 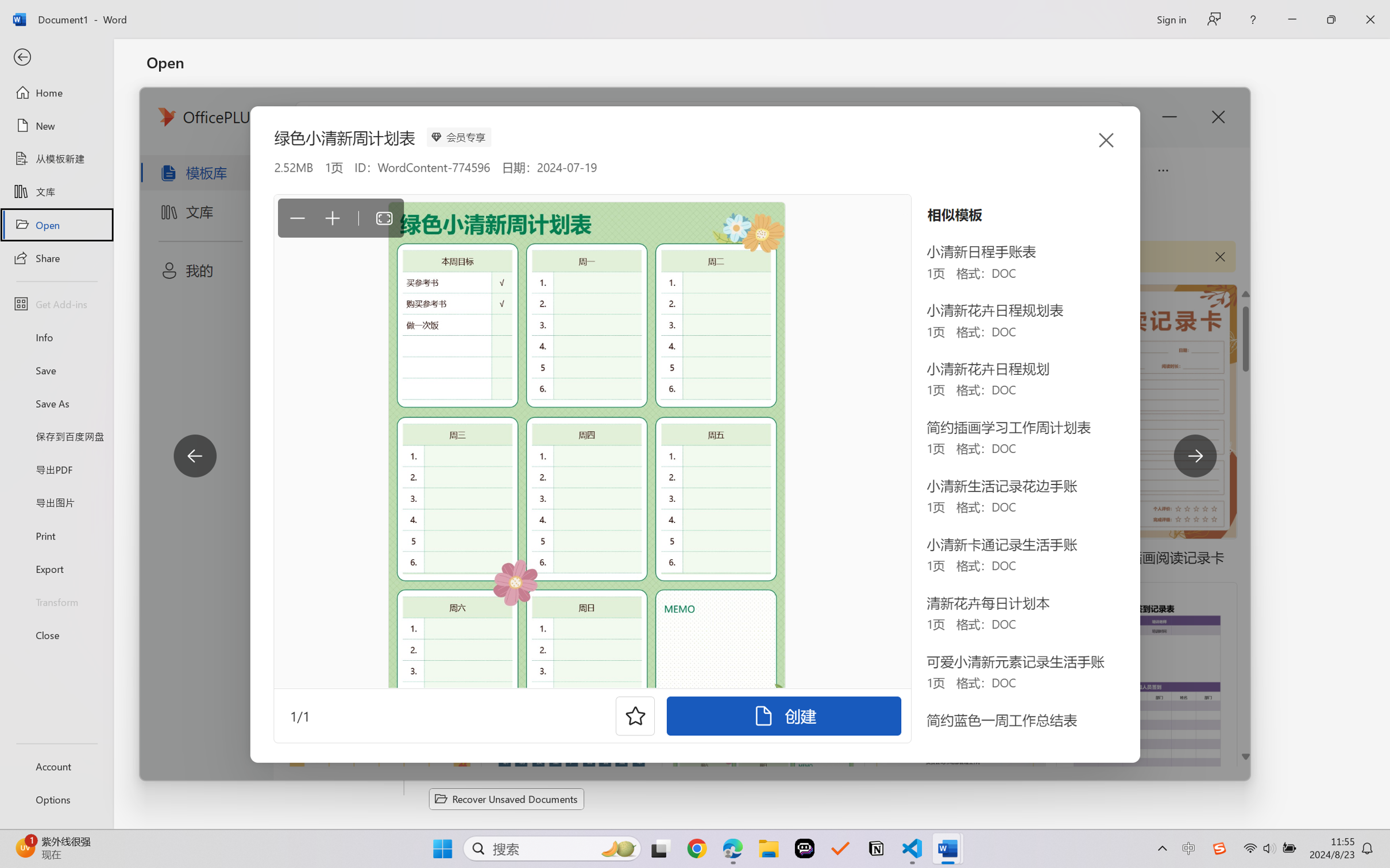 I want to click on 'Sign in', so click(x=1170, y=19).